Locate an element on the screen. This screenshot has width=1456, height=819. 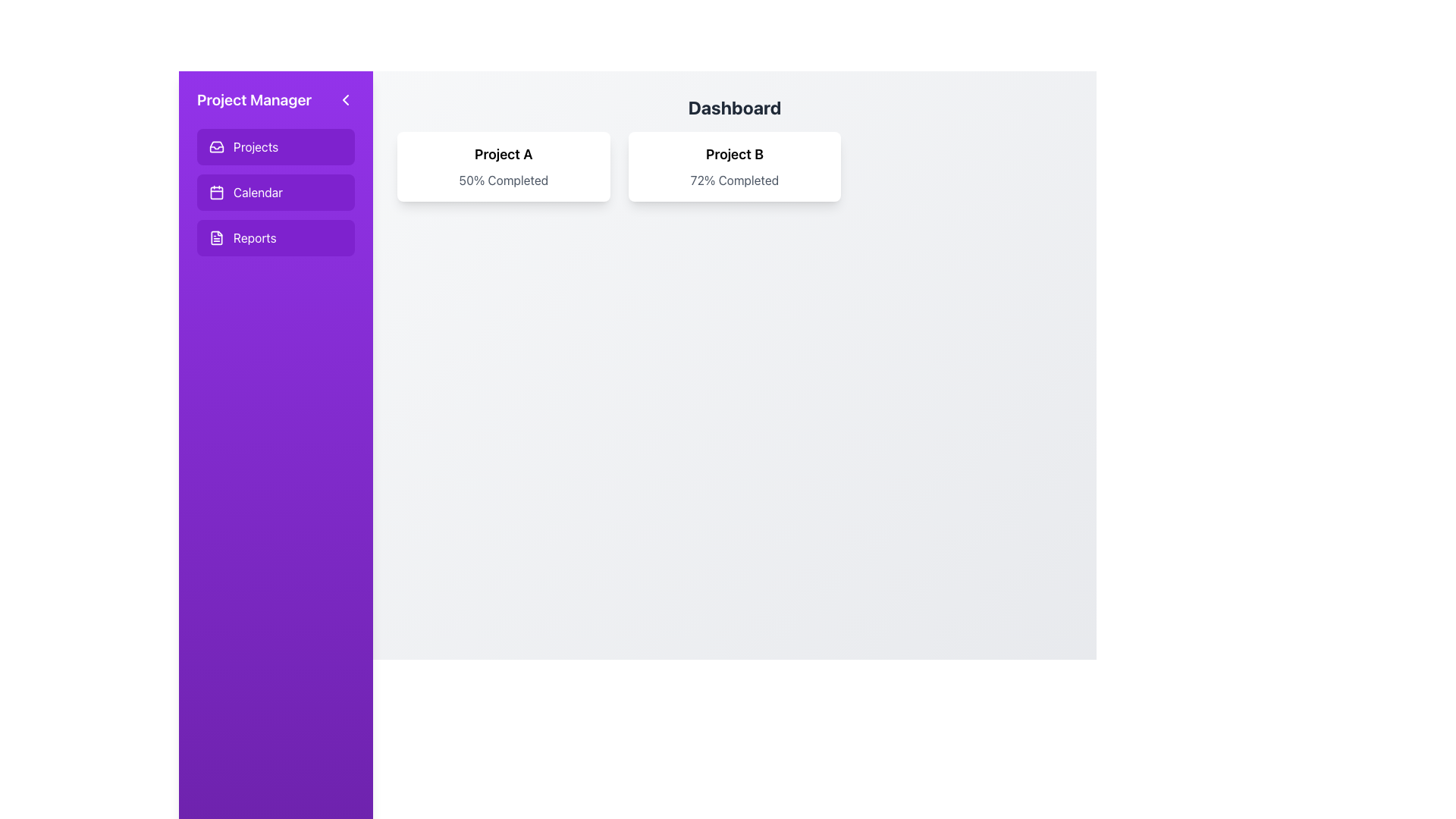
the text label displaying 'Project Manager' in bold, extra-large white font at the top of the purple sidebar is located at coordinates (254, 99).